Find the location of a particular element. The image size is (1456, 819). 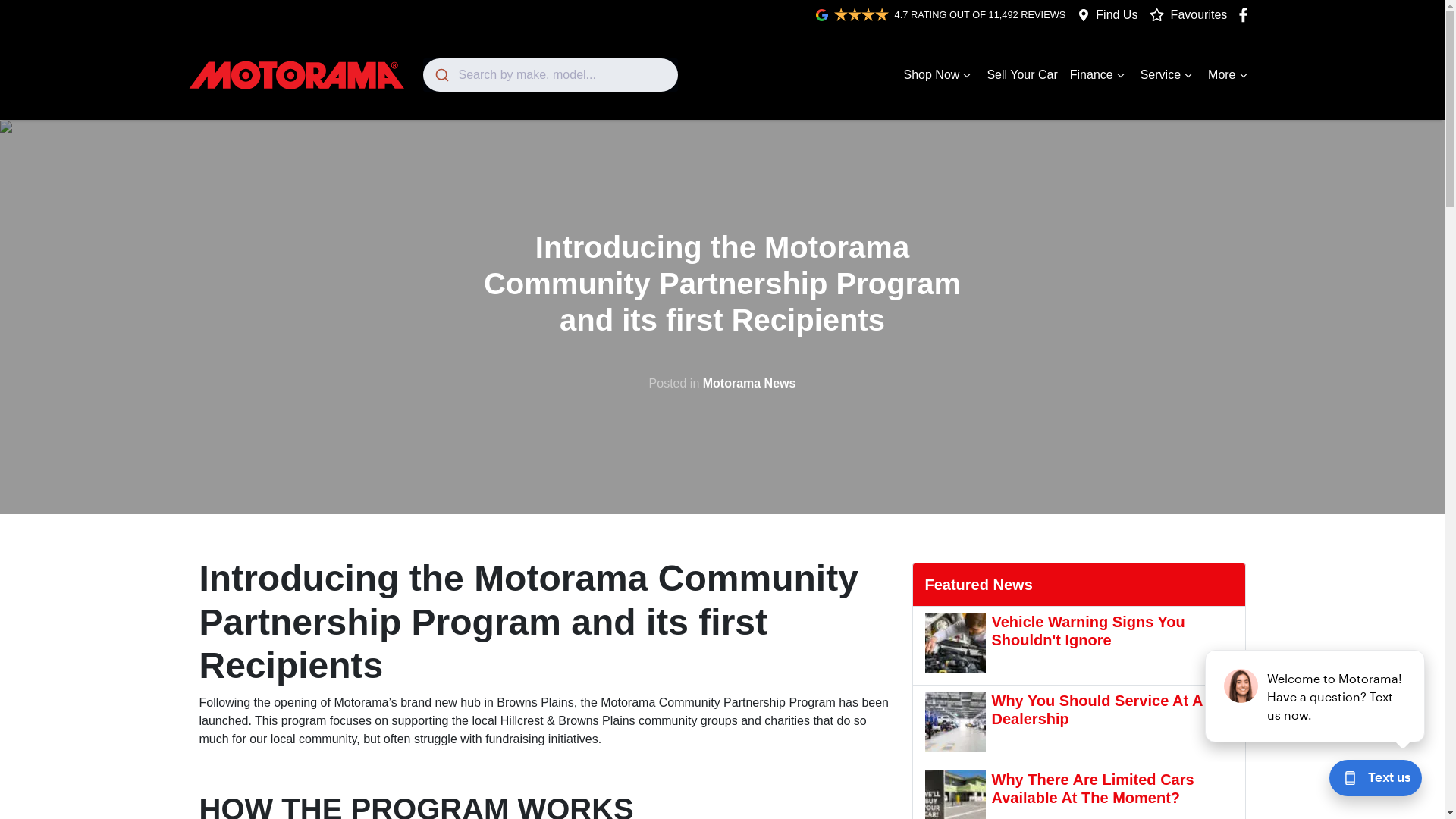

'Why You Should Service At A Dealership' is located at coordinates (1078, 723).